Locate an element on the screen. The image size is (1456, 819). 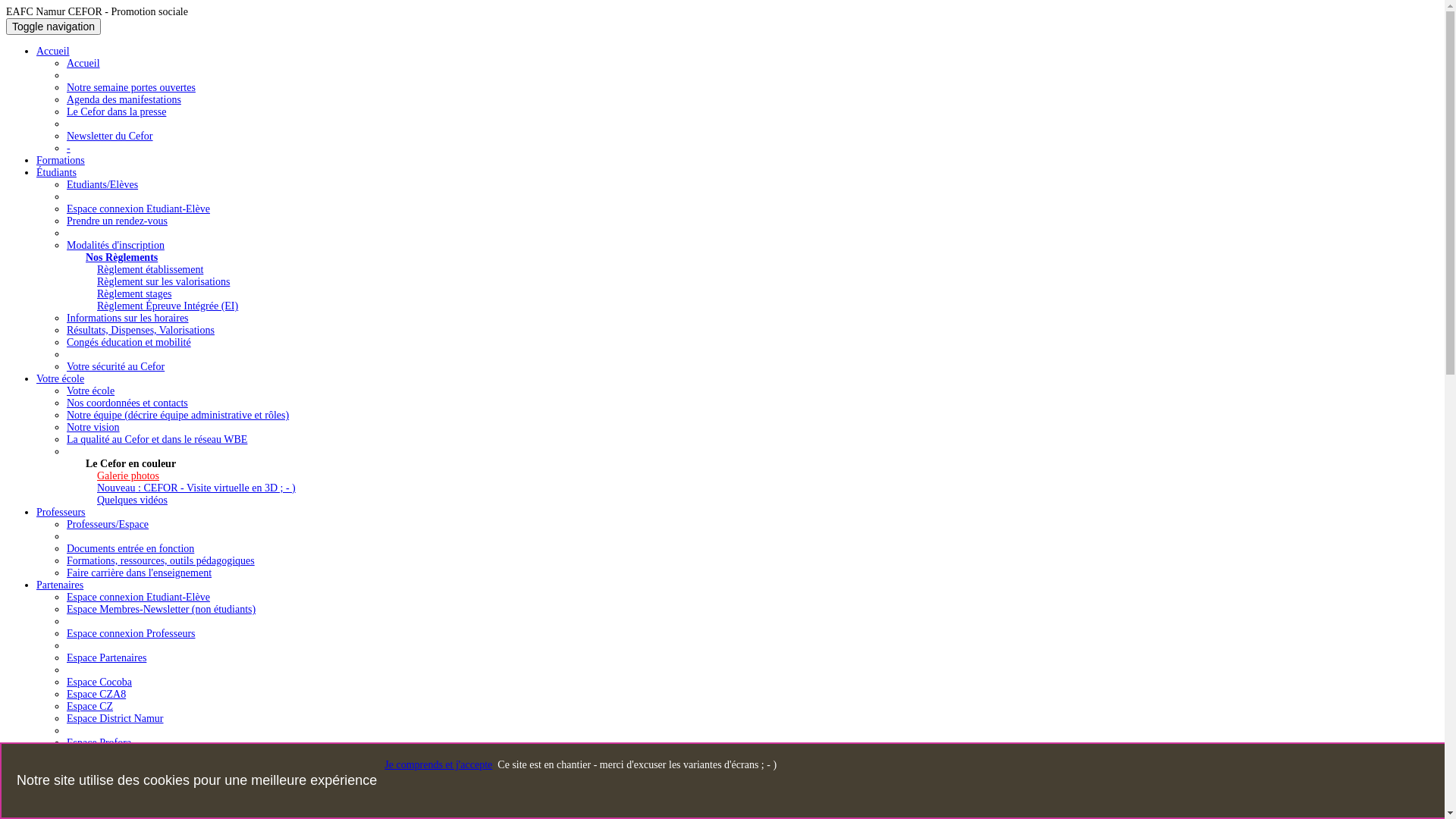
'Espace CSR-EPS' is located at coordinates (65, 755).